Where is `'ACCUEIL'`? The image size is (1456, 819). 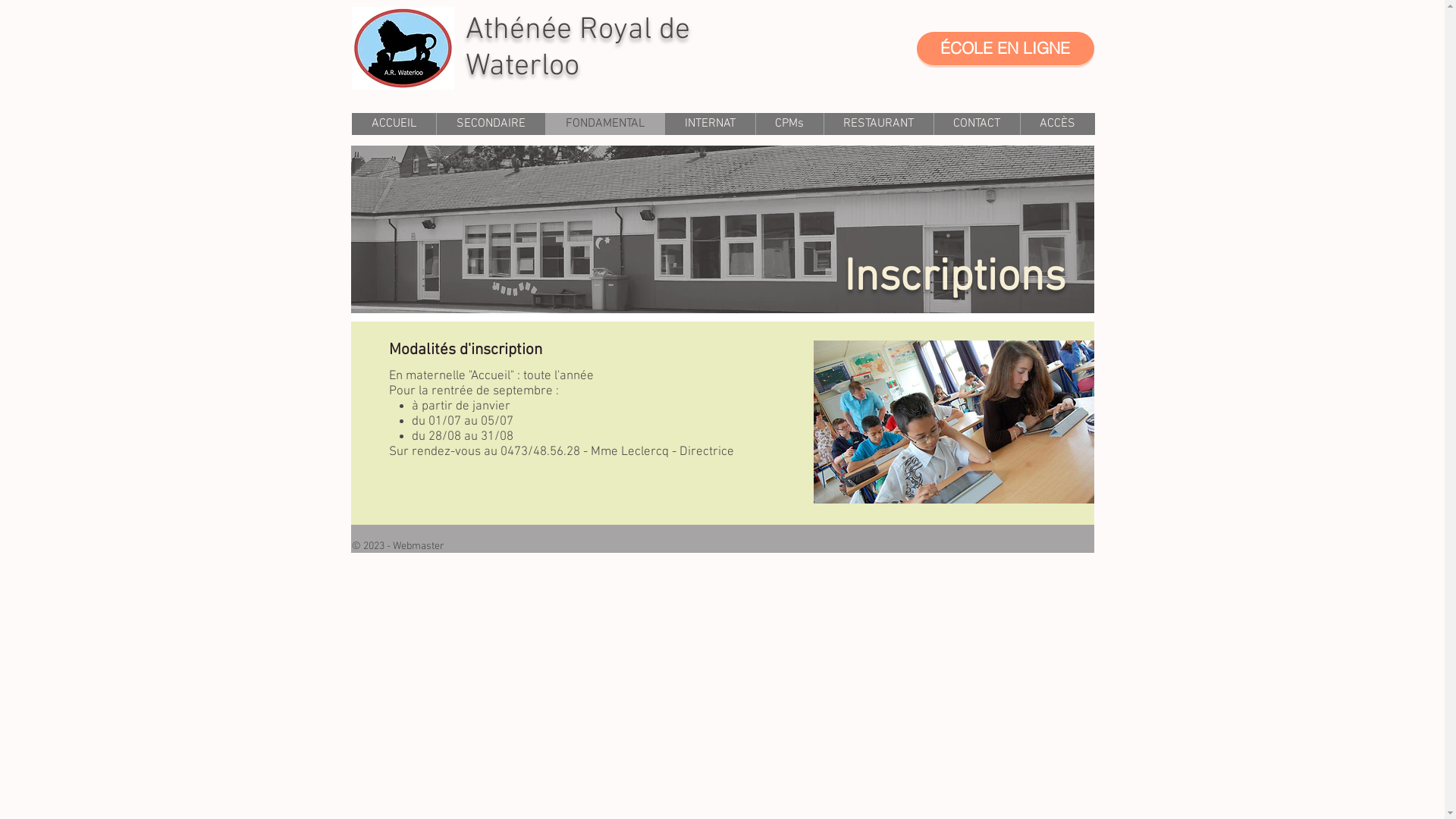 'ACCUEIL' is located at coordinates (394, 123).